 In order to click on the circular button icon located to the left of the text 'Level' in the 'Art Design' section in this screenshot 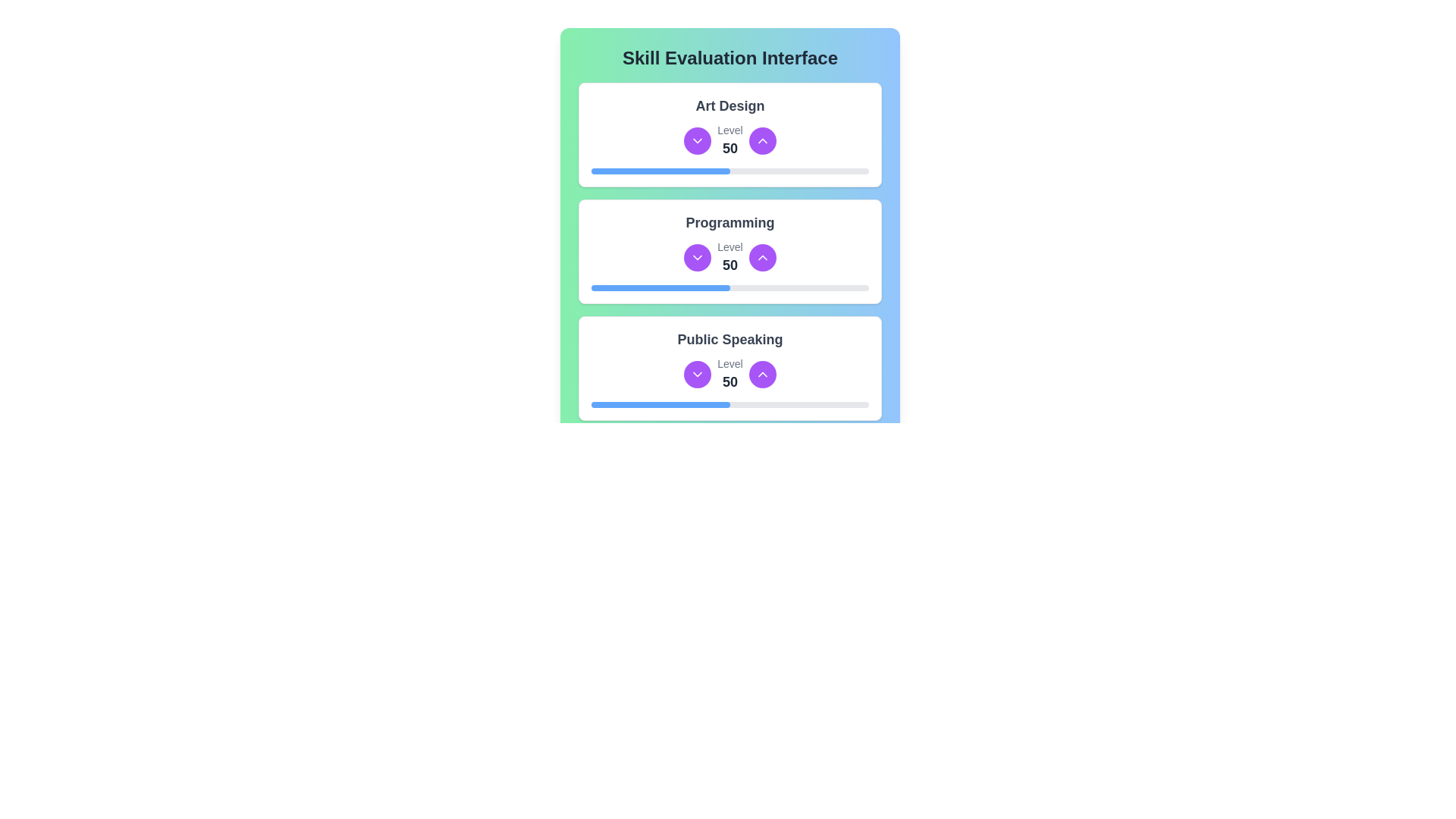, I will do `click(697, 374)`.